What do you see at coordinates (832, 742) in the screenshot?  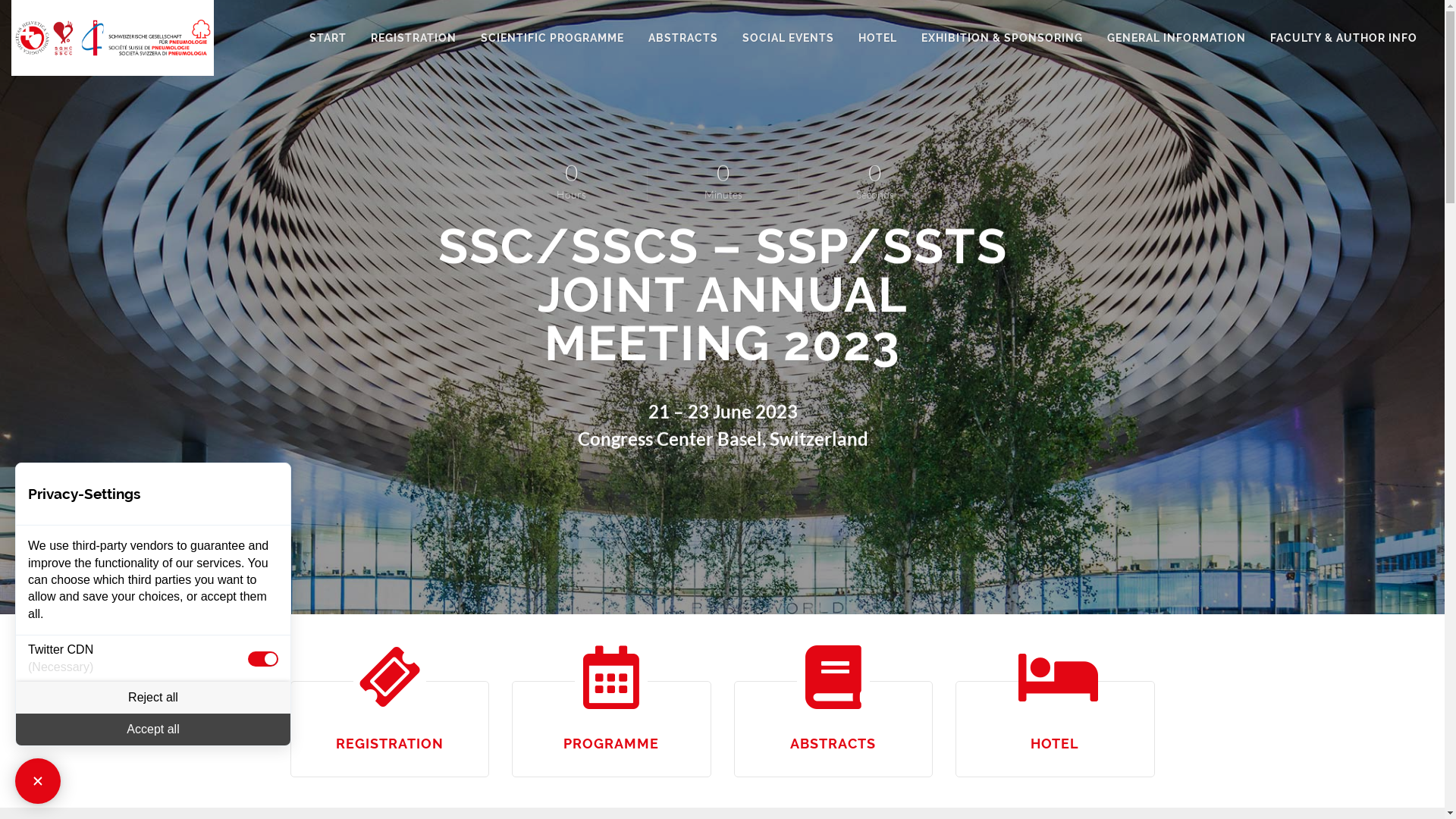 I see `'ABSTRACTS'` at bounding box center [832, 742].